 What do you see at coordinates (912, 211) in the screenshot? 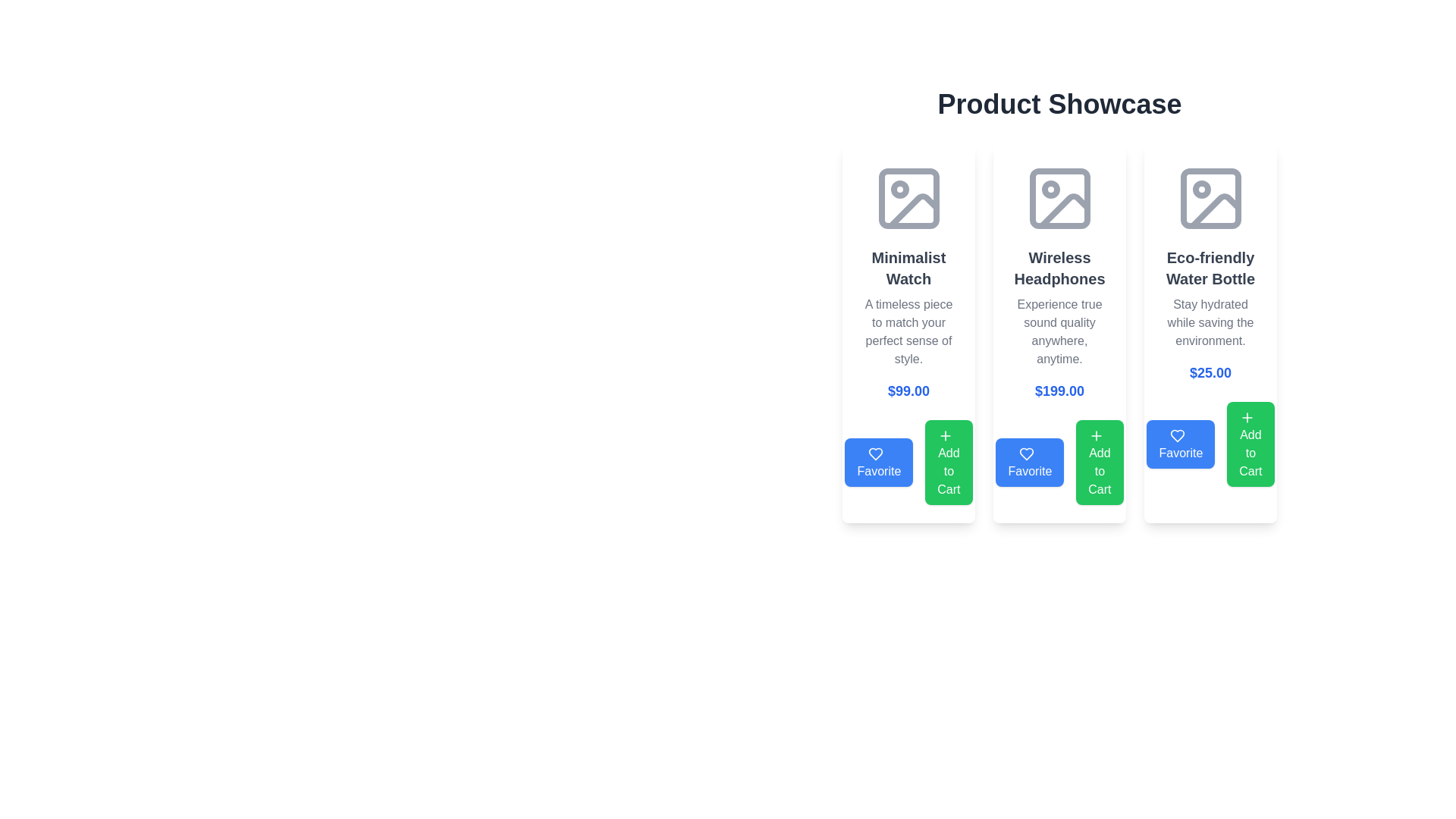
I see `the vector graphic element representing the 'Minimalist Watch' located in the leftmost card of the product showcase section, centered at the top of the card` at bounding box center [912, 211].